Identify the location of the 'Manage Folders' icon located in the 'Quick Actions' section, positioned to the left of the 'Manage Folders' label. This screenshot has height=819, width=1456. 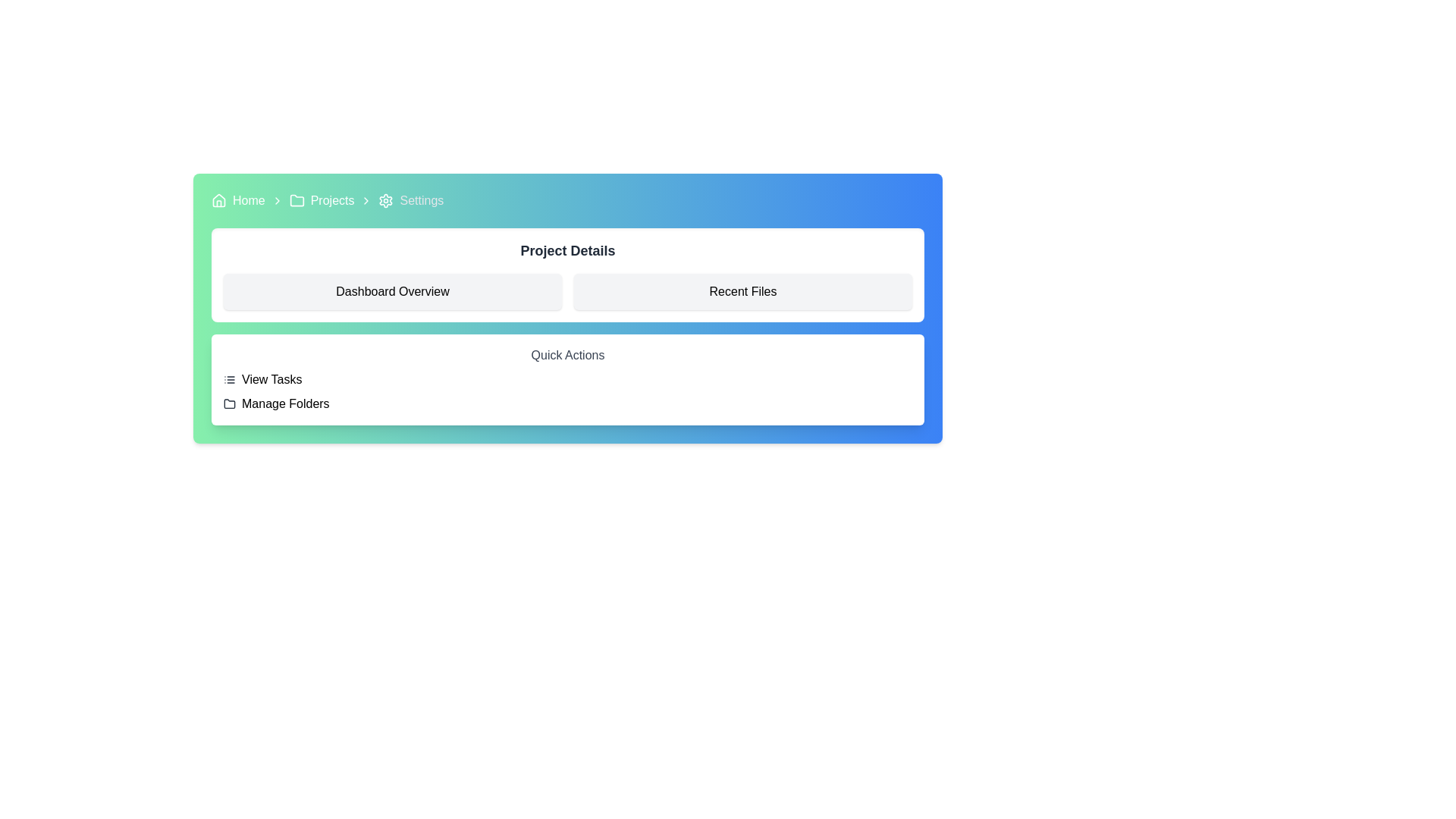
(228, 403).